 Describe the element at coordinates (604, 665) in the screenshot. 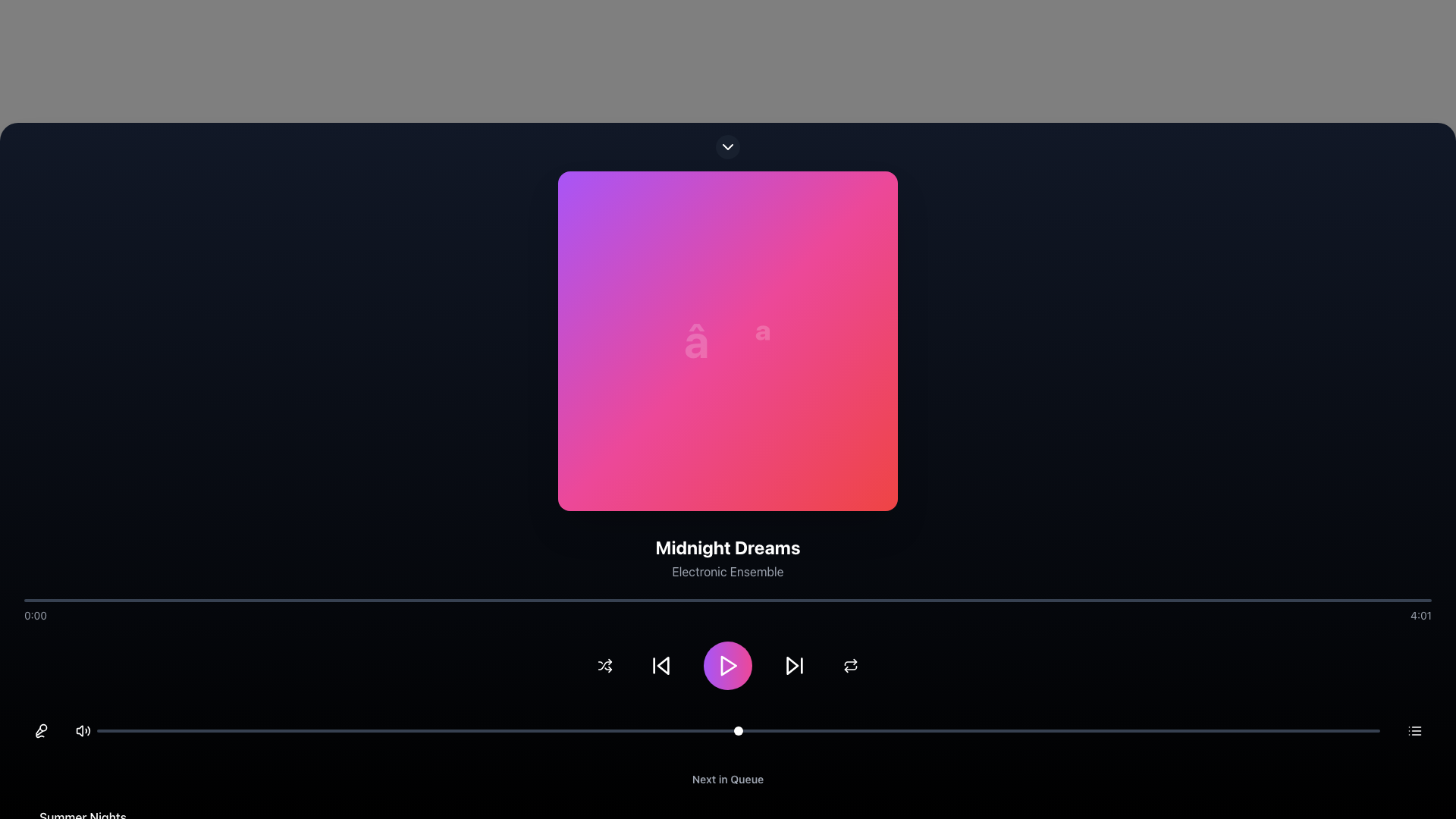

I see `the shuffle icon button, which resembles two interweaving arrows pointing in opposite directions` at that location.